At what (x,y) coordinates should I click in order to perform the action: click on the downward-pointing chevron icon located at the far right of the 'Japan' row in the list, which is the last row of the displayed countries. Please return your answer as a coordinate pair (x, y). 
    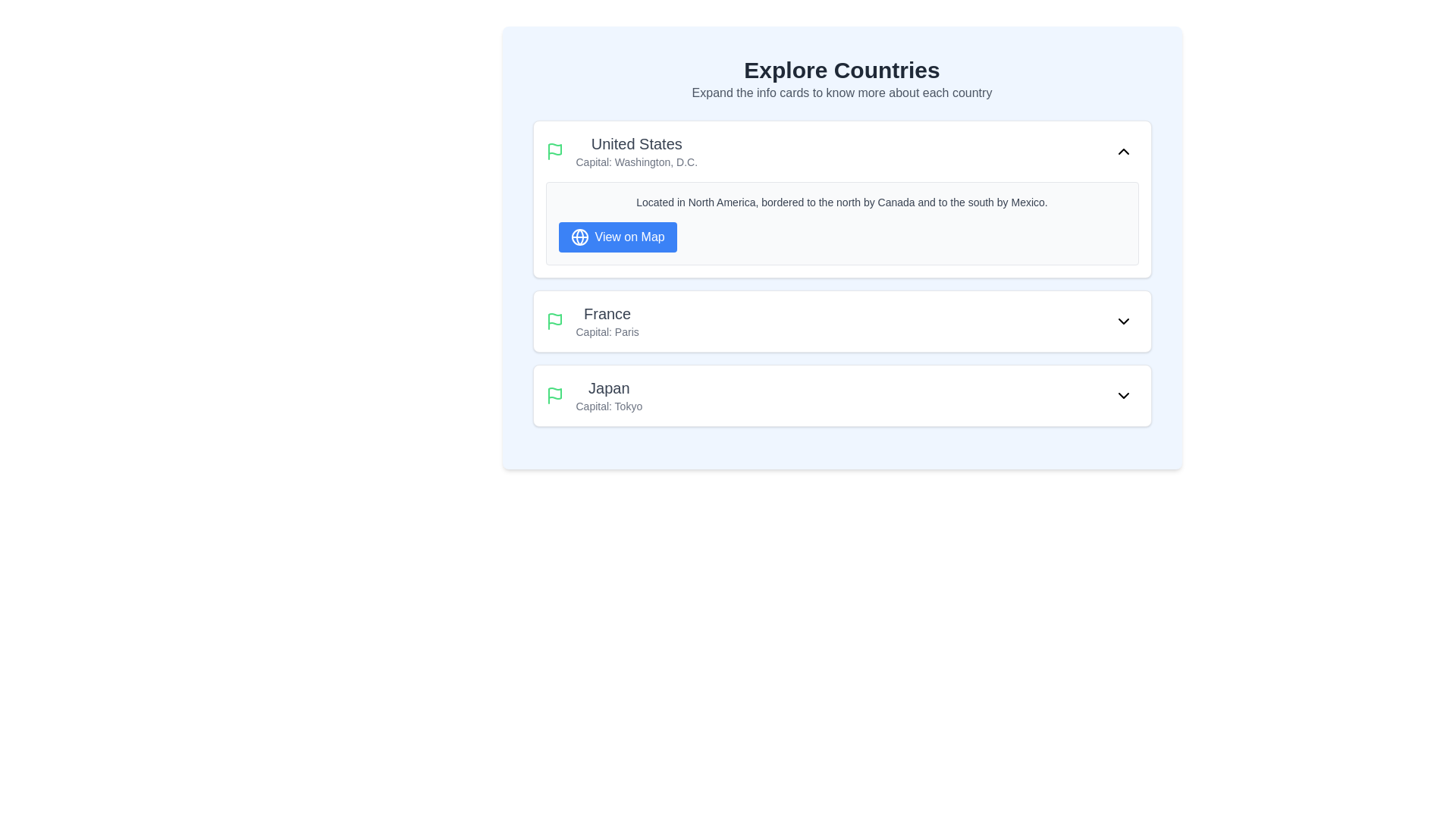
    Looking at the image, I should click on (1123, 394).